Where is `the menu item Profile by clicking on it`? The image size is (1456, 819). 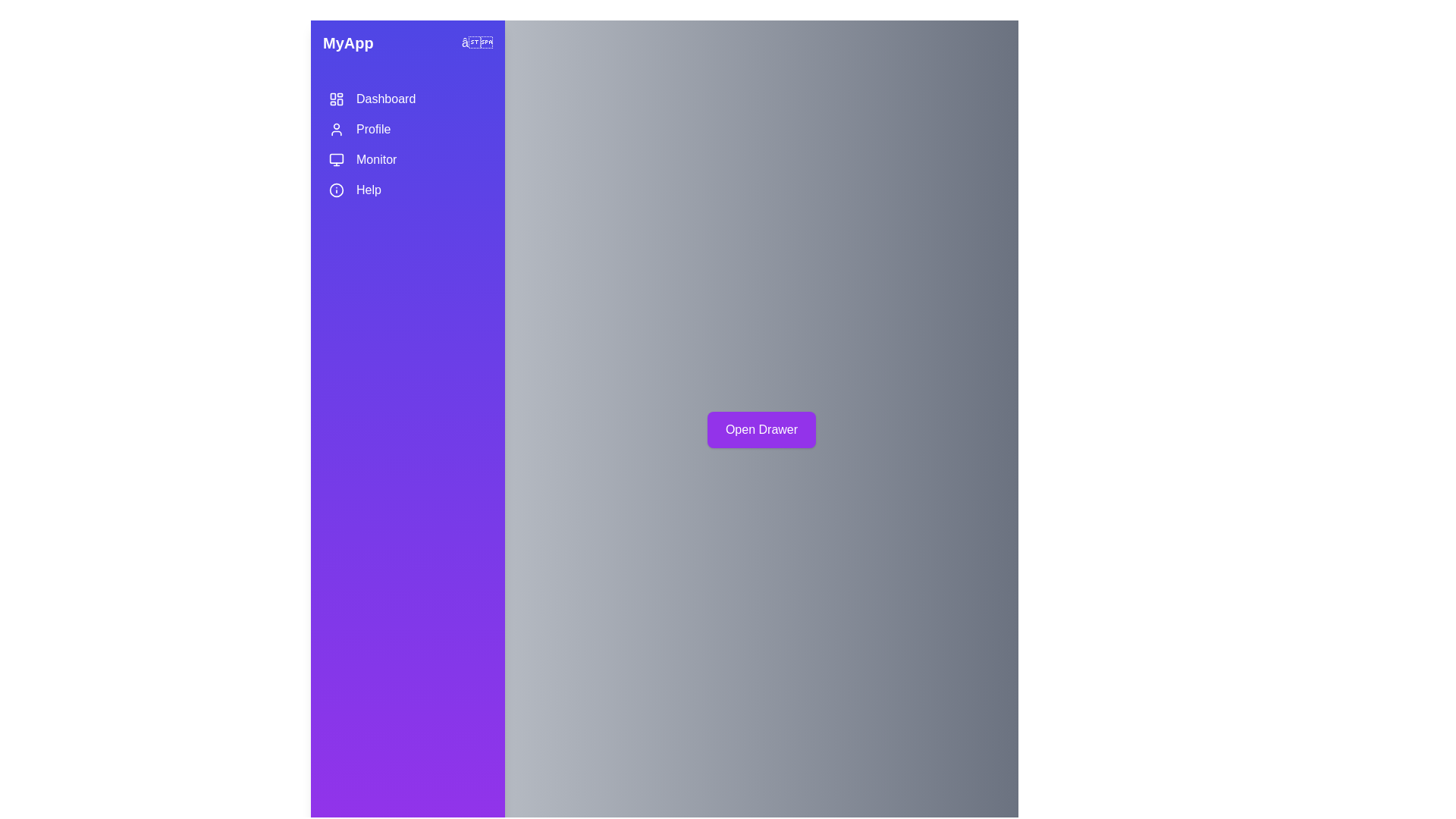 the menu item Profile by clicking on it is located at coordinates (407, 128).